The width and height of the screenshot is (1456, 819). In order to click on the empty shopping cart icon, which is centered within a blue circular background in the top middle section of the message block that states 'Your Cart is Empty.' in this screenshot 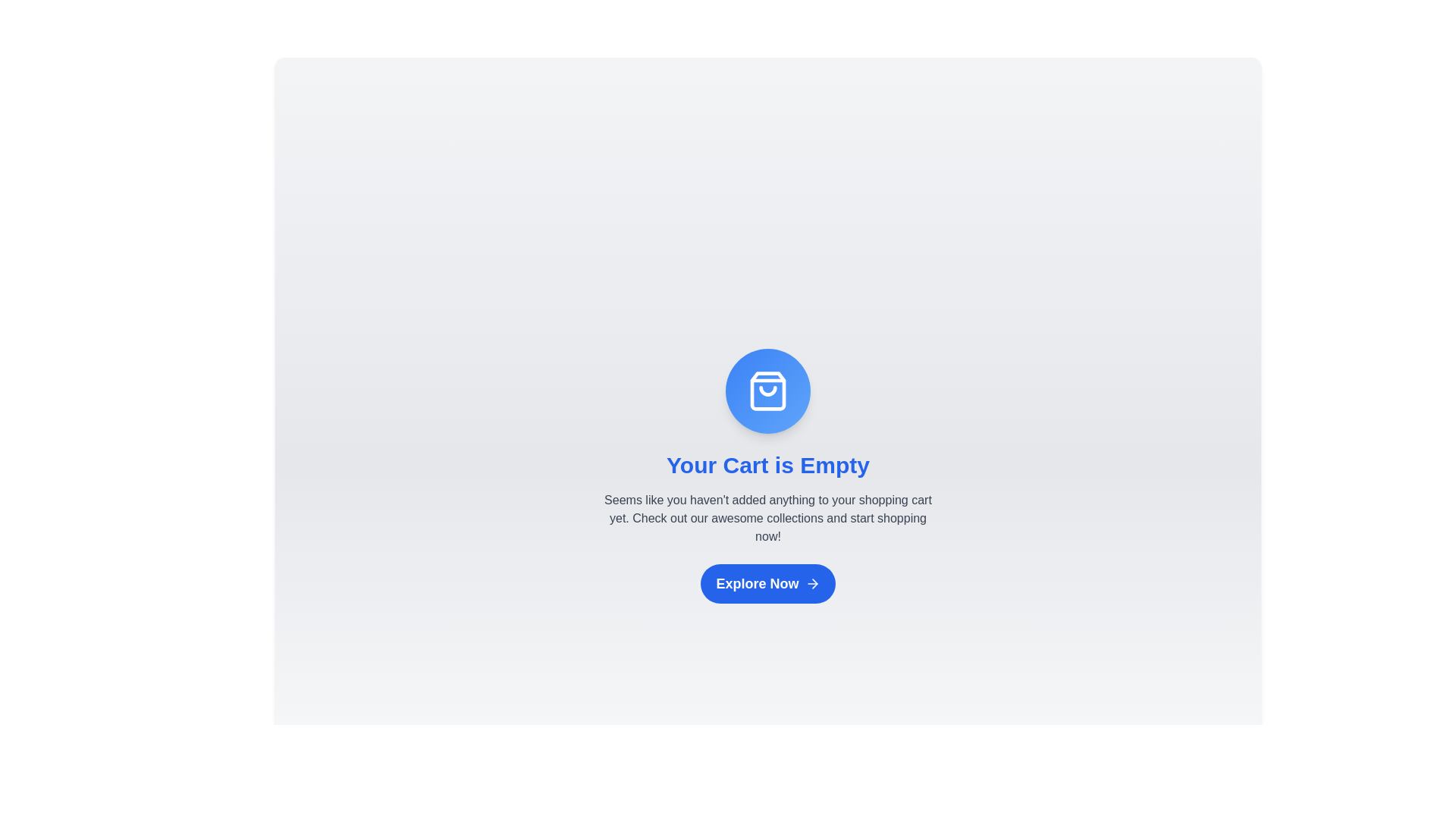, I will do `click(767, 391)`.